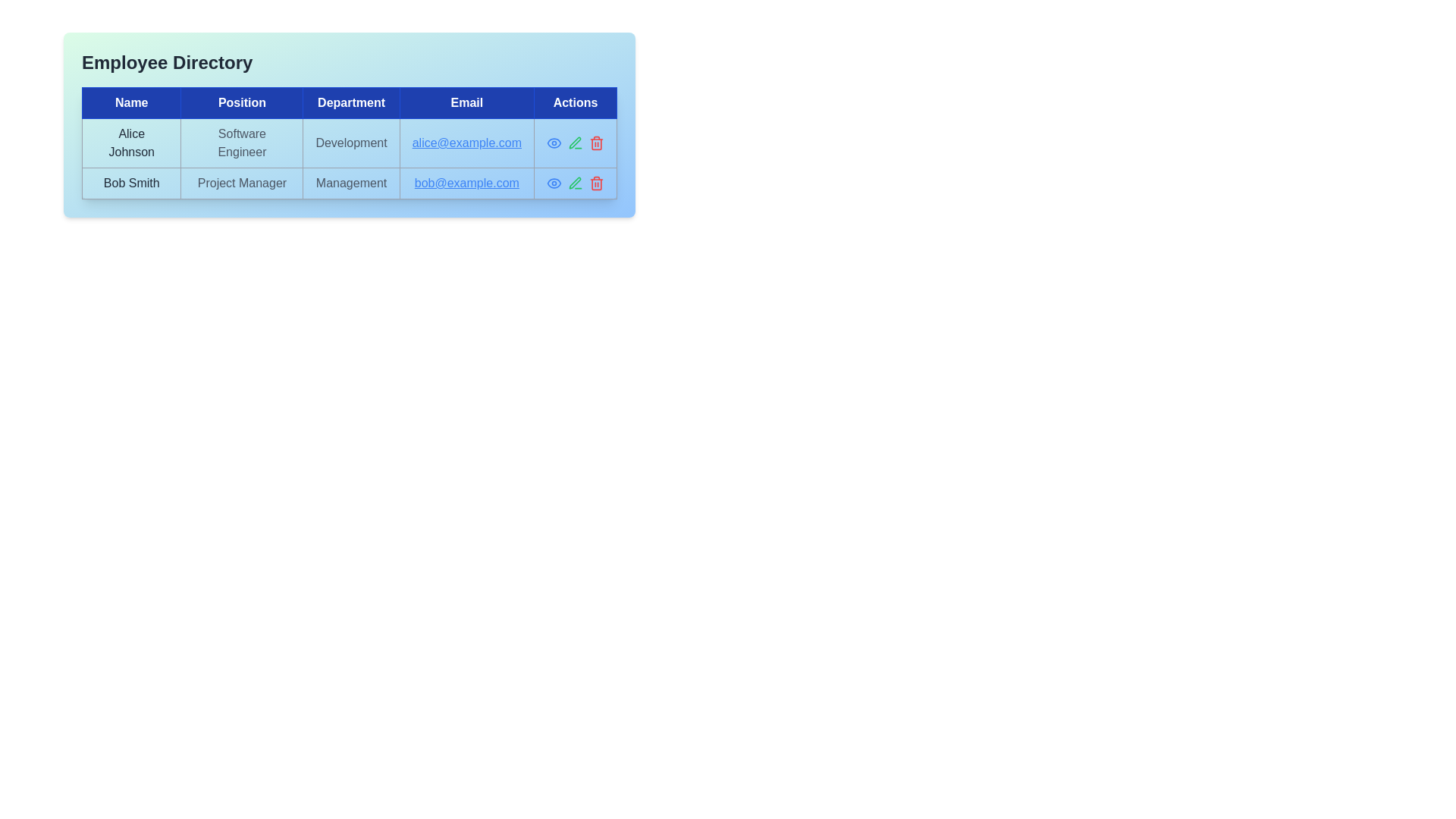  Describe the element at coordinates (466, 102) in the screenshot. I see `the Table Header element which categorizes email-related information in the data table, located between the 'Department' and 'Actions' elements` at that location.